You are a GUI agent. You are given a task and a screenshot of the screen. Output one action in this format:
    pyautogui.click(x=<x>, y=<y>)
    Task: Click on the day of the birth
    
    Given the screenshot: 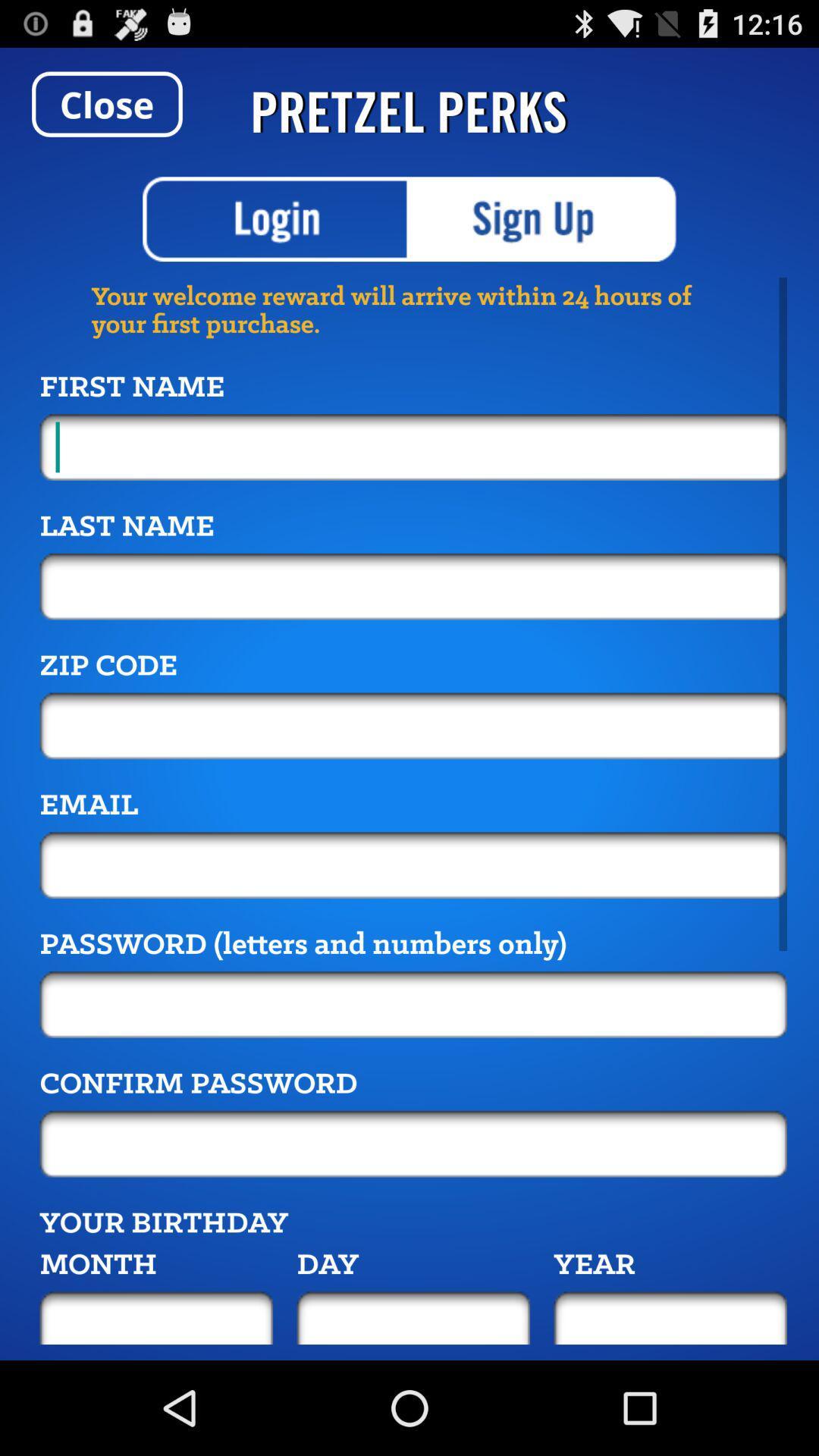 What is the action you would take?
    pyautogui.click(x=413, y=1317)
    